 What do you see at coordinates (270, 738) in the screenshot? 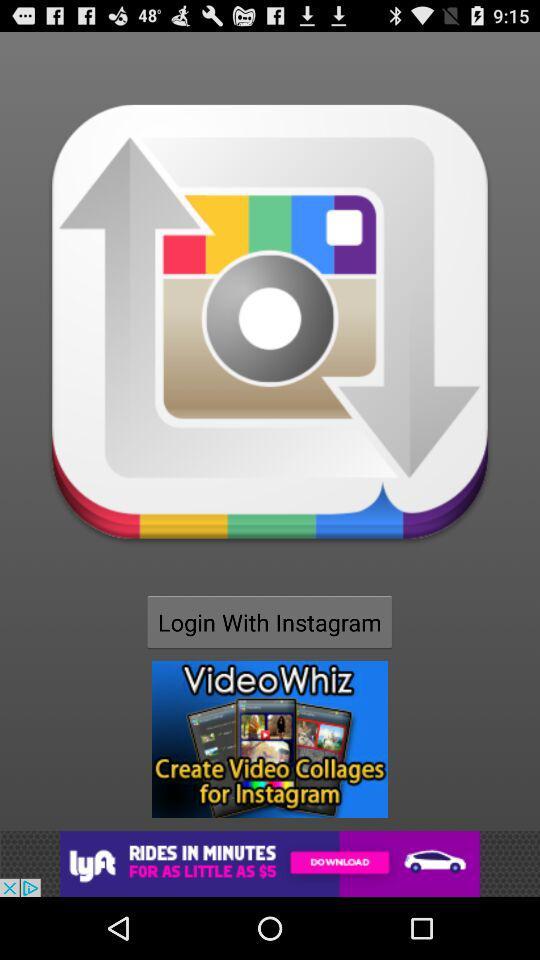
I see `advertisements image` at bounding box center [270, 738].